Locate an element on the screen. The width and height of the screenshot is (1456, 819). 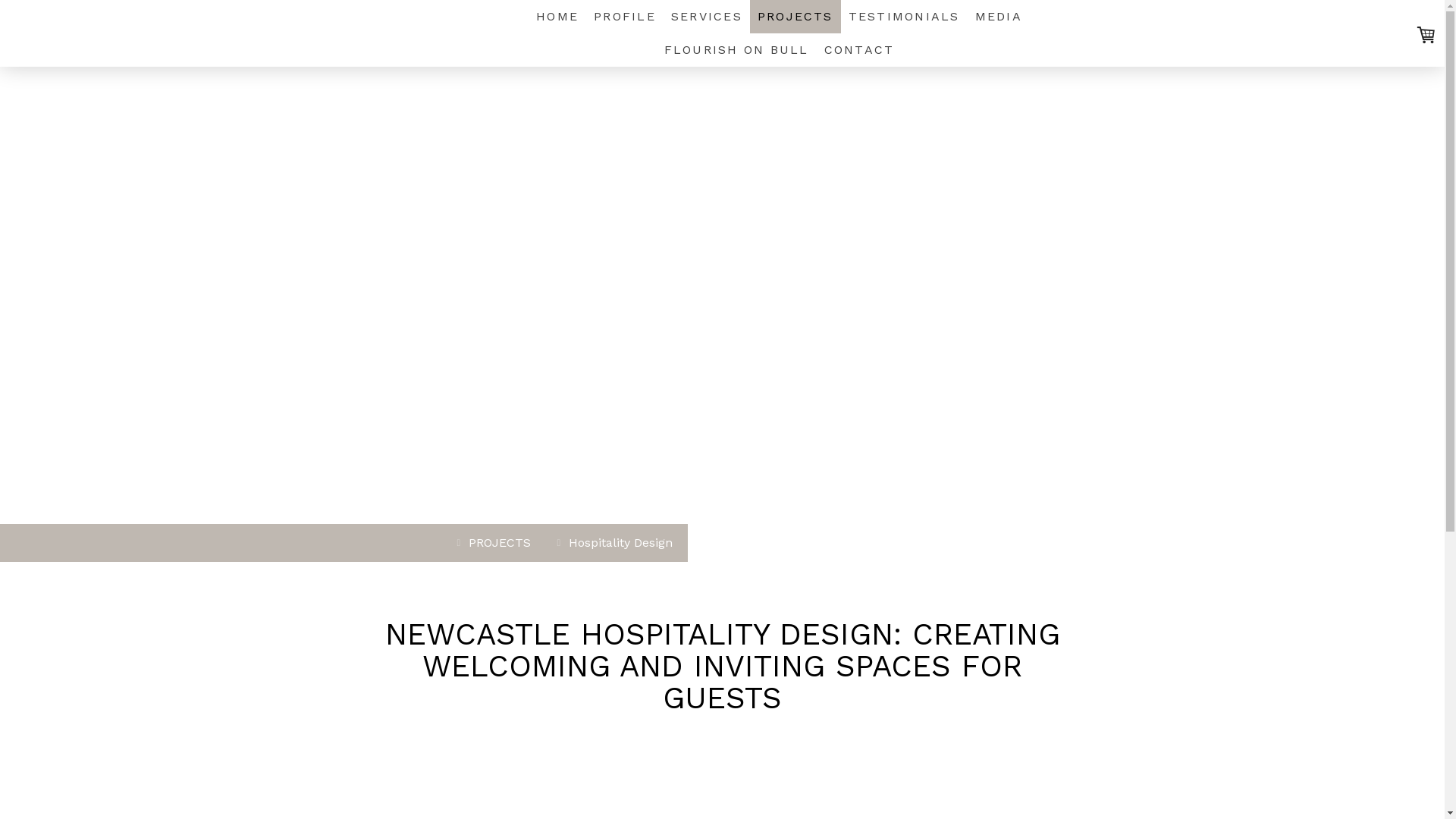
'FLOURISH ON BULL' is located at coordinates (656, 49).